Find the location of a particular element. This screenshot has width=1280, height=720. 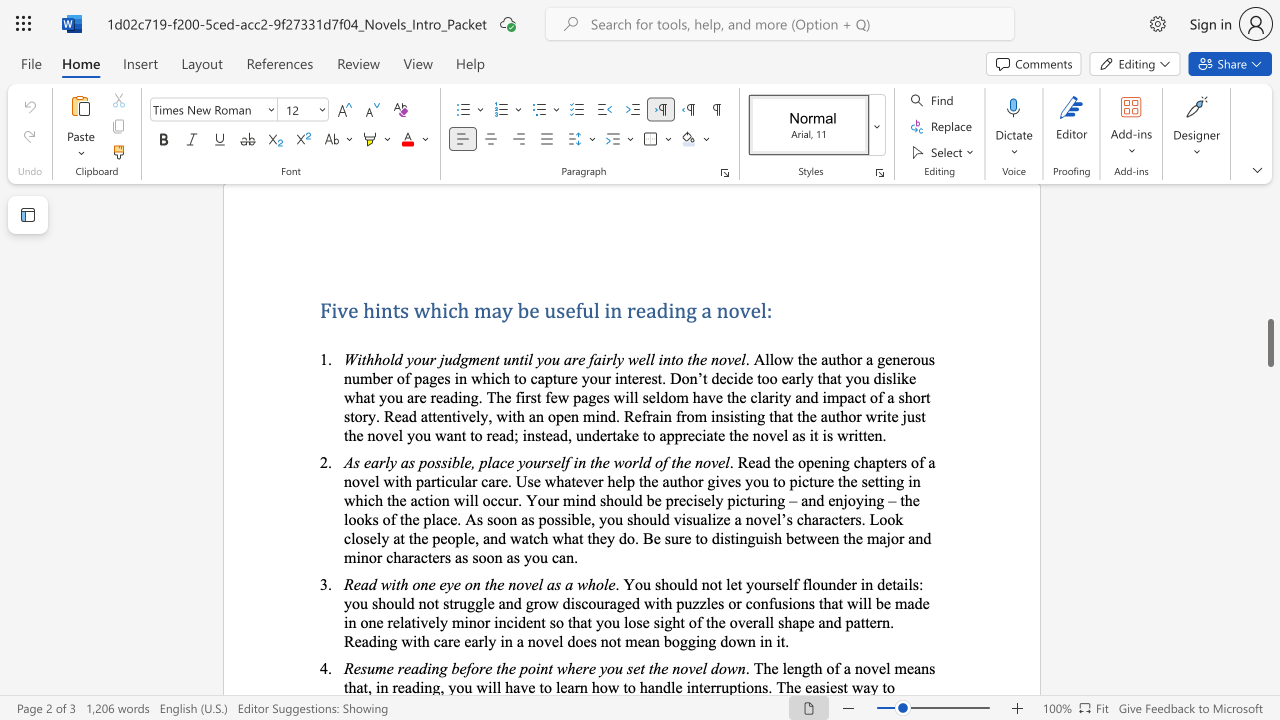

the scrollbar to move the page up is located at coordinates (1269, 210).